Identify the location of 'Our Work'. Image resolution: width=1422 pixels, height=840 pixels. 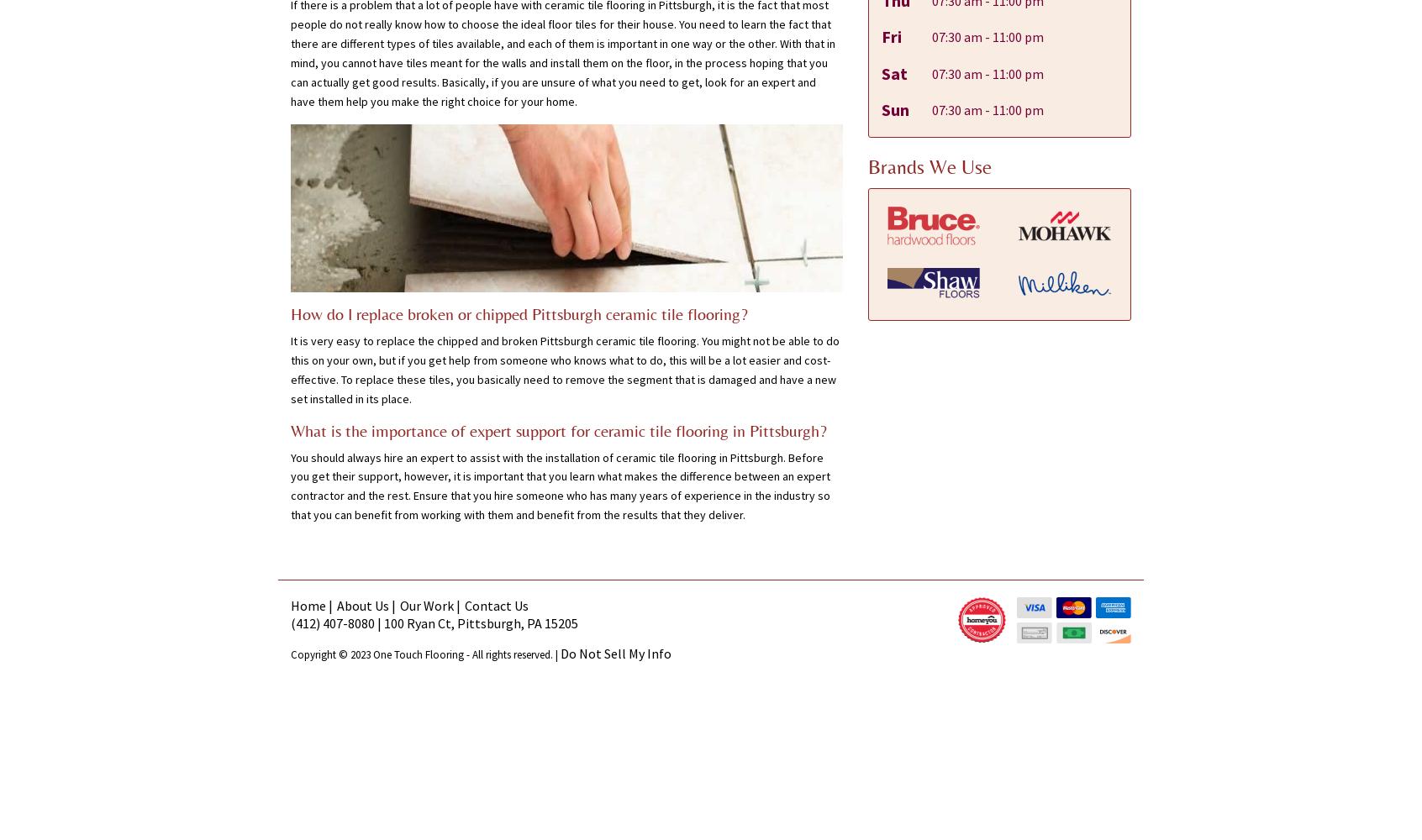
(426, 605).